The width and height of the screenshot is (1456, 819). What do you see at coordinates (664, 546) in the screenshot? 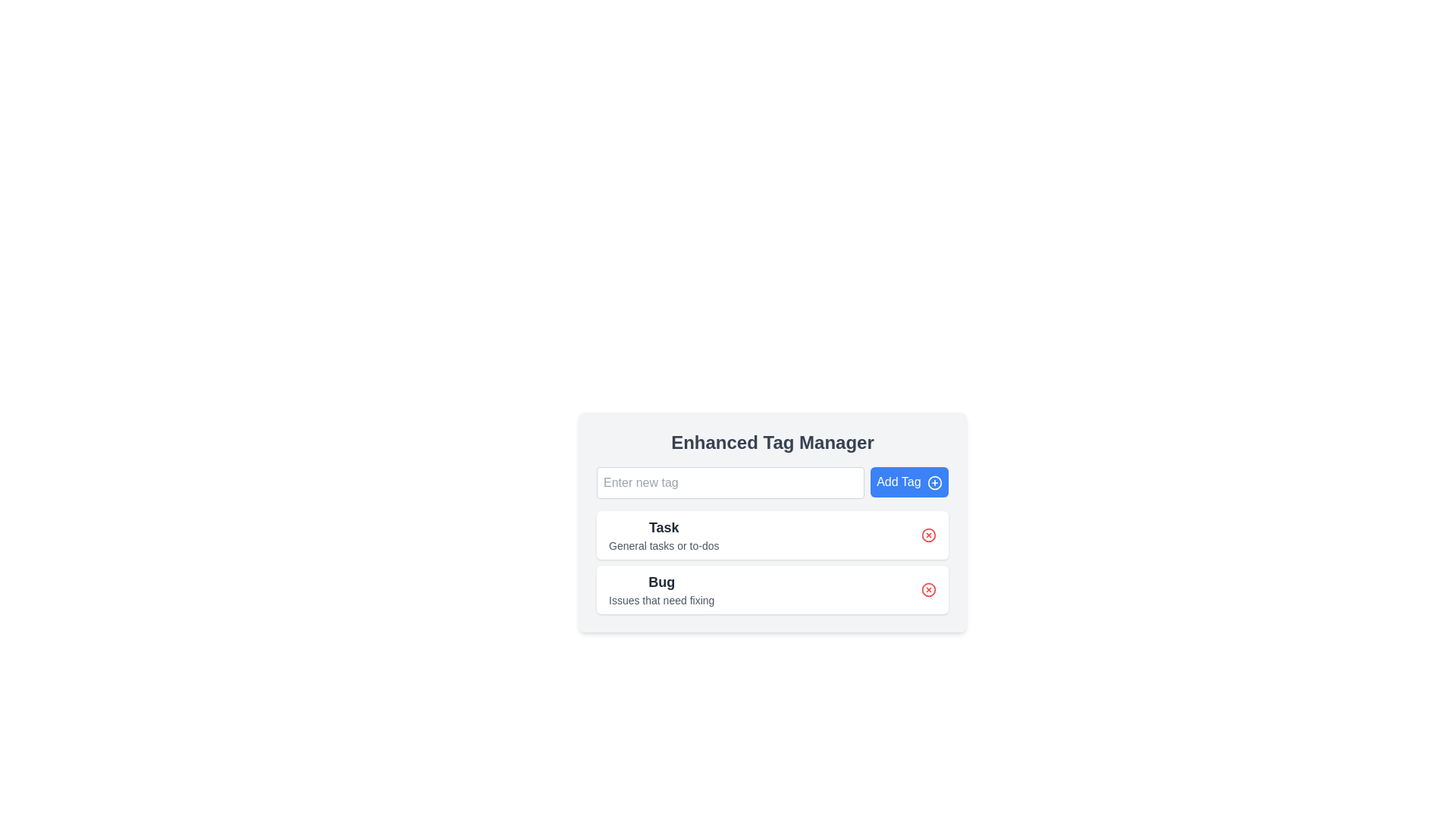
I see `the text element containing the phrase 'General tasks or to-dos', which is styled in a smaller gray font and located below the bolded text 'Task', serving as a description for the task item` at bounding box center [664, 546].